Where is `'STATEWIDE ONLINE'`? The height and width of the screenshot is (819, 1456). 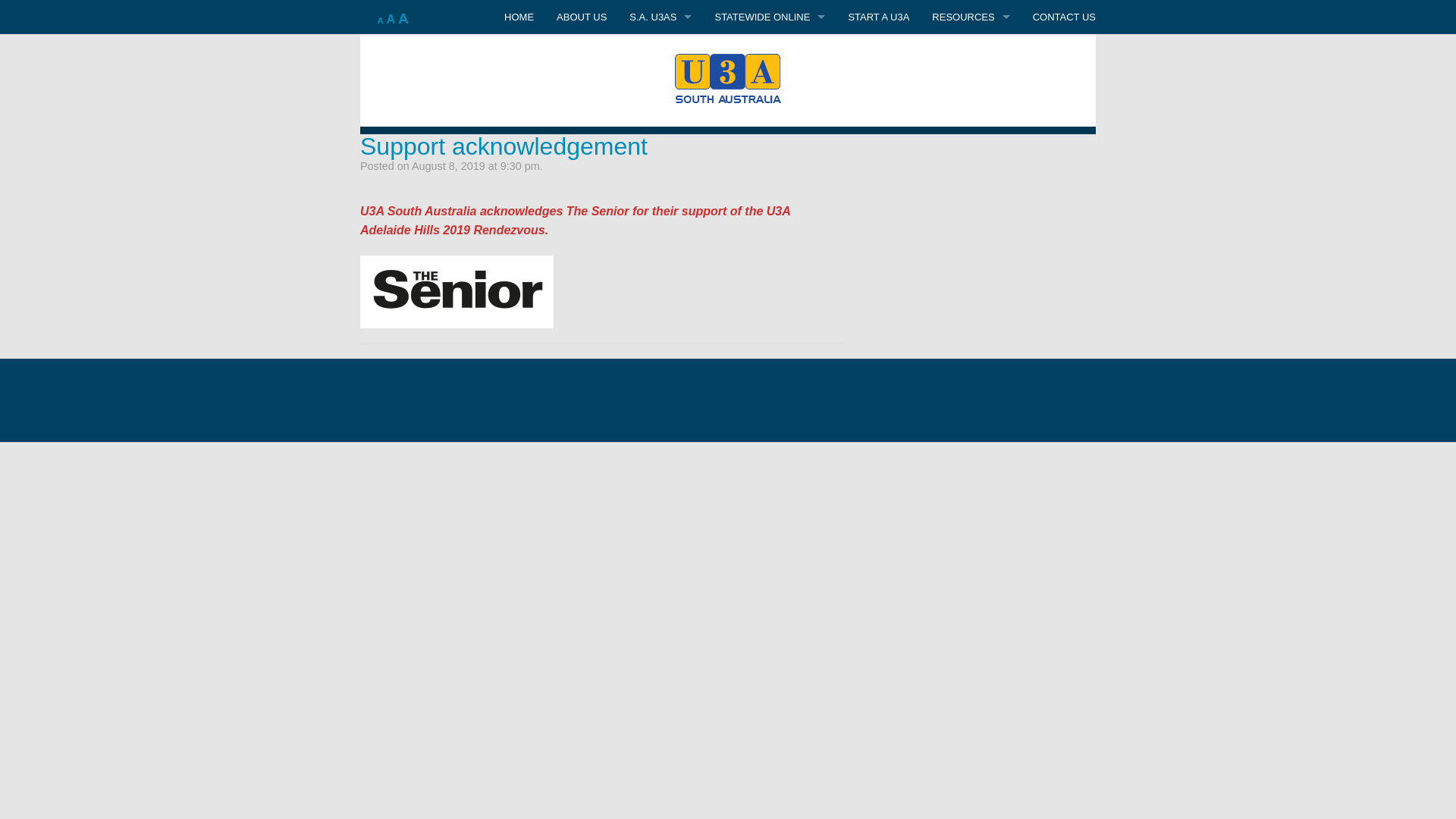 'STATEWIDE ONLINE' is located at coordinates (769, 17).